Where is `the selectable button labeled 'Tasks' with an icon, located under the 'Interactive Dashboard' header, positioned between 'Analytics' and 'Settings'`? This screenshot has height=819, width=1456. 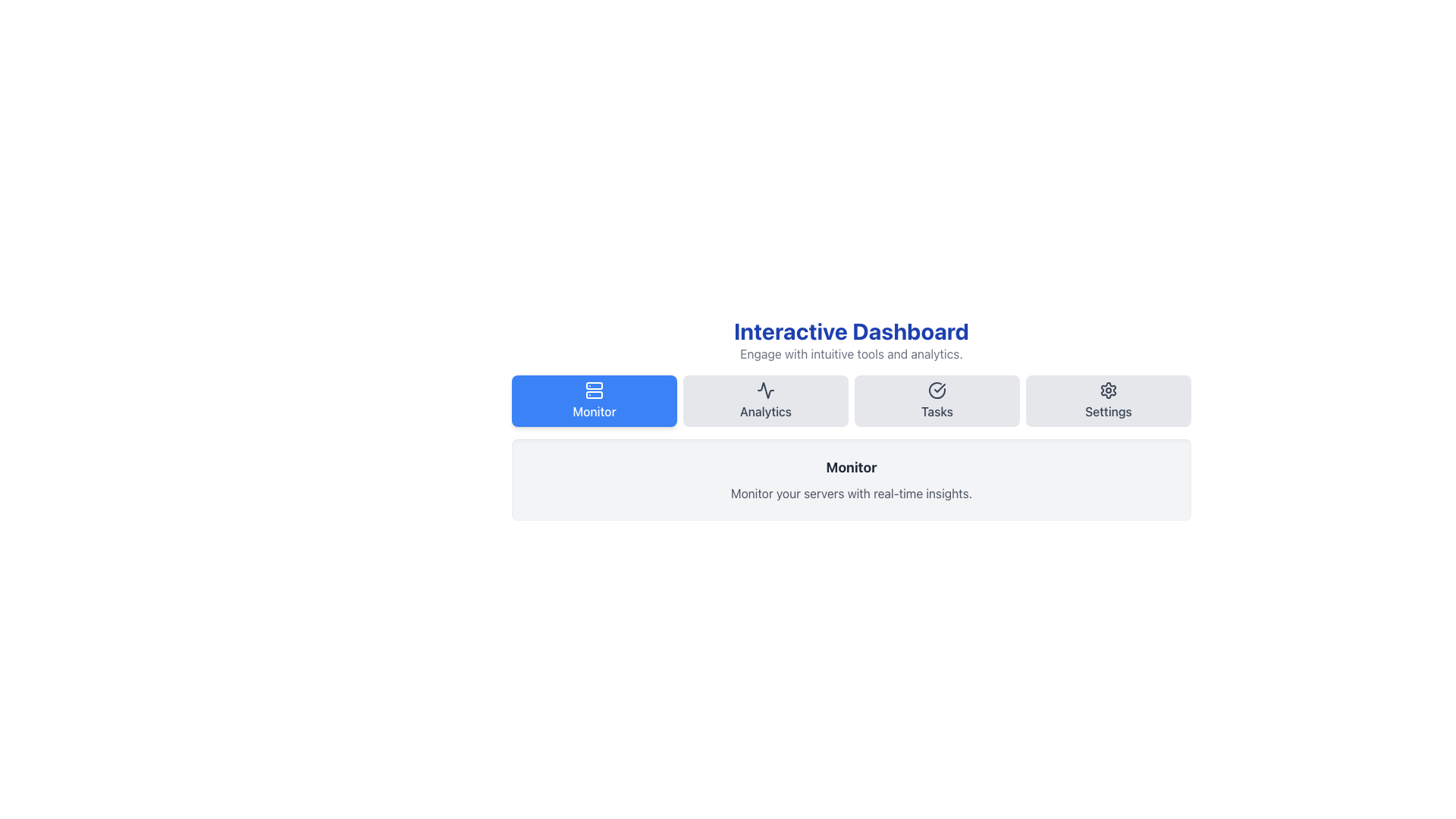
the selectable button labeled 'Tasks' with an icon, located under the 'Interactive Dashboard' header, positioned between 'Analytics' and 'Settings' is located at coordinates (937, 400).